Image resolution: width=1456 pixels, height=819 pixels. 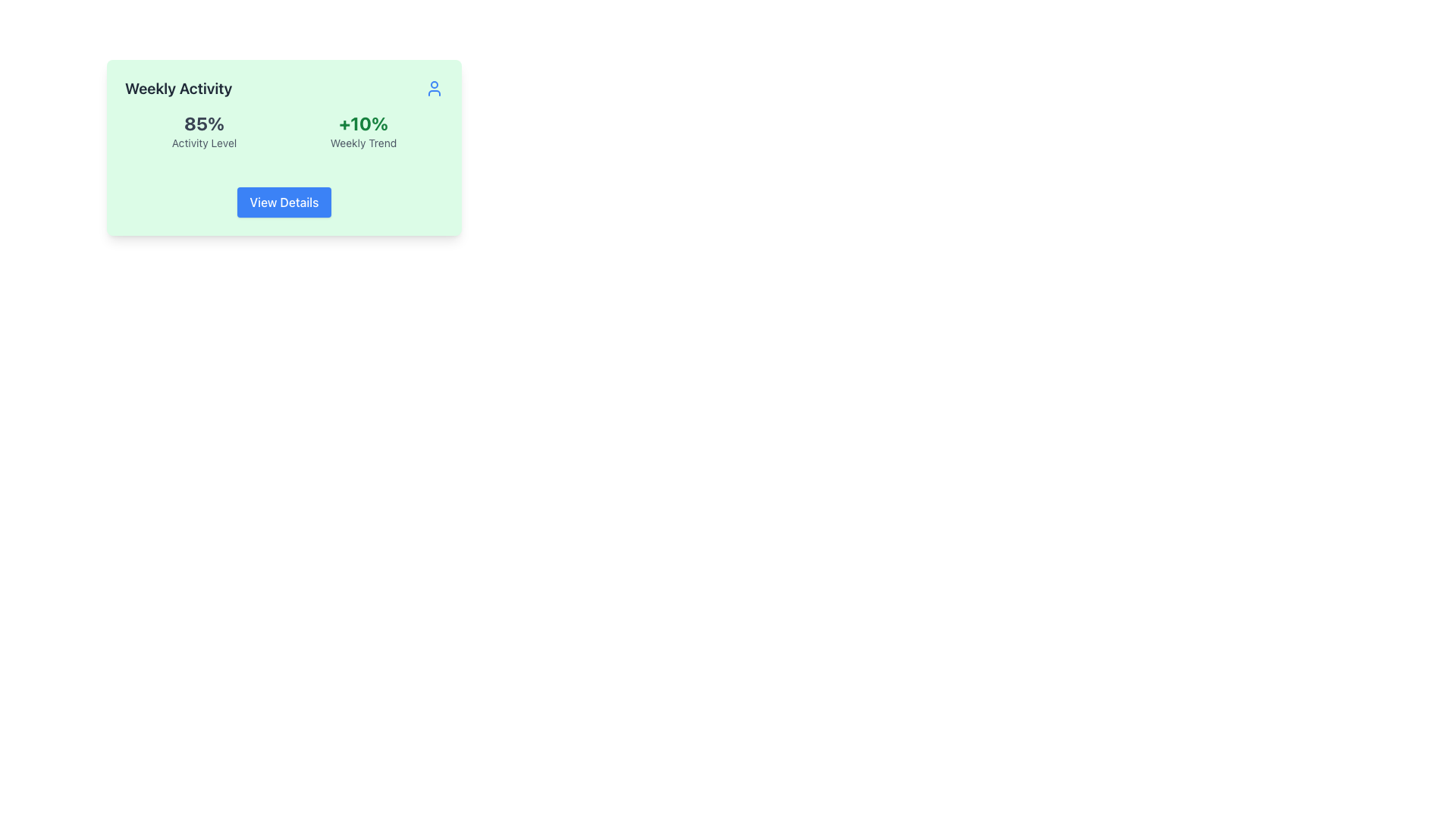 I want to click on the button located at the bottom center of the green card displaying 'Weekly Activity', which allows users, so click(x=284, y=201).